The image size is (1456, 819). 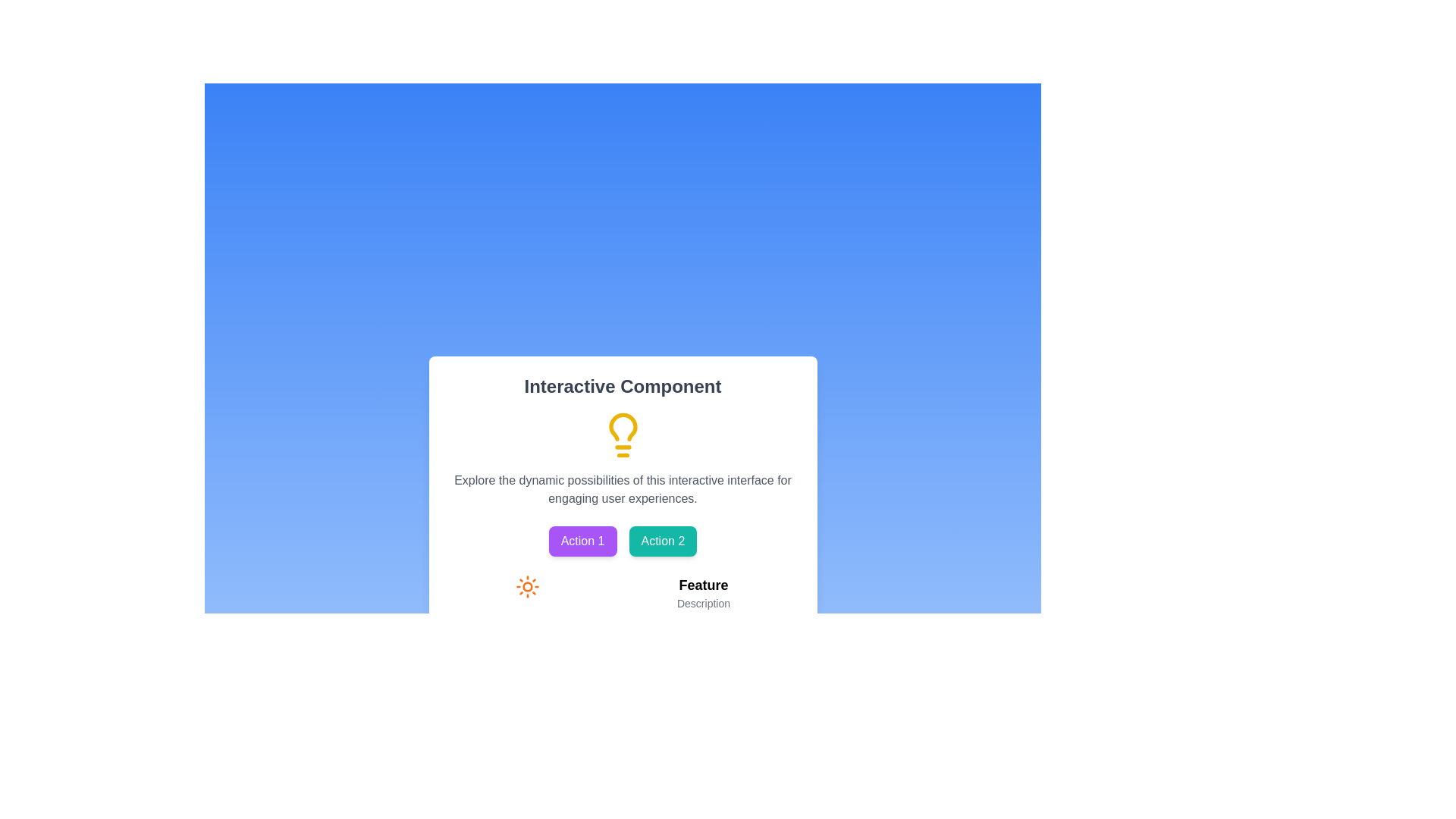 What do you see at coordinates (528, 586) in the screenshot?
I see `the central circle of the decorative sun icon located in the lower portion of the panel, to the left of the 'Feature Description' label` at bounding box center [528, 586].